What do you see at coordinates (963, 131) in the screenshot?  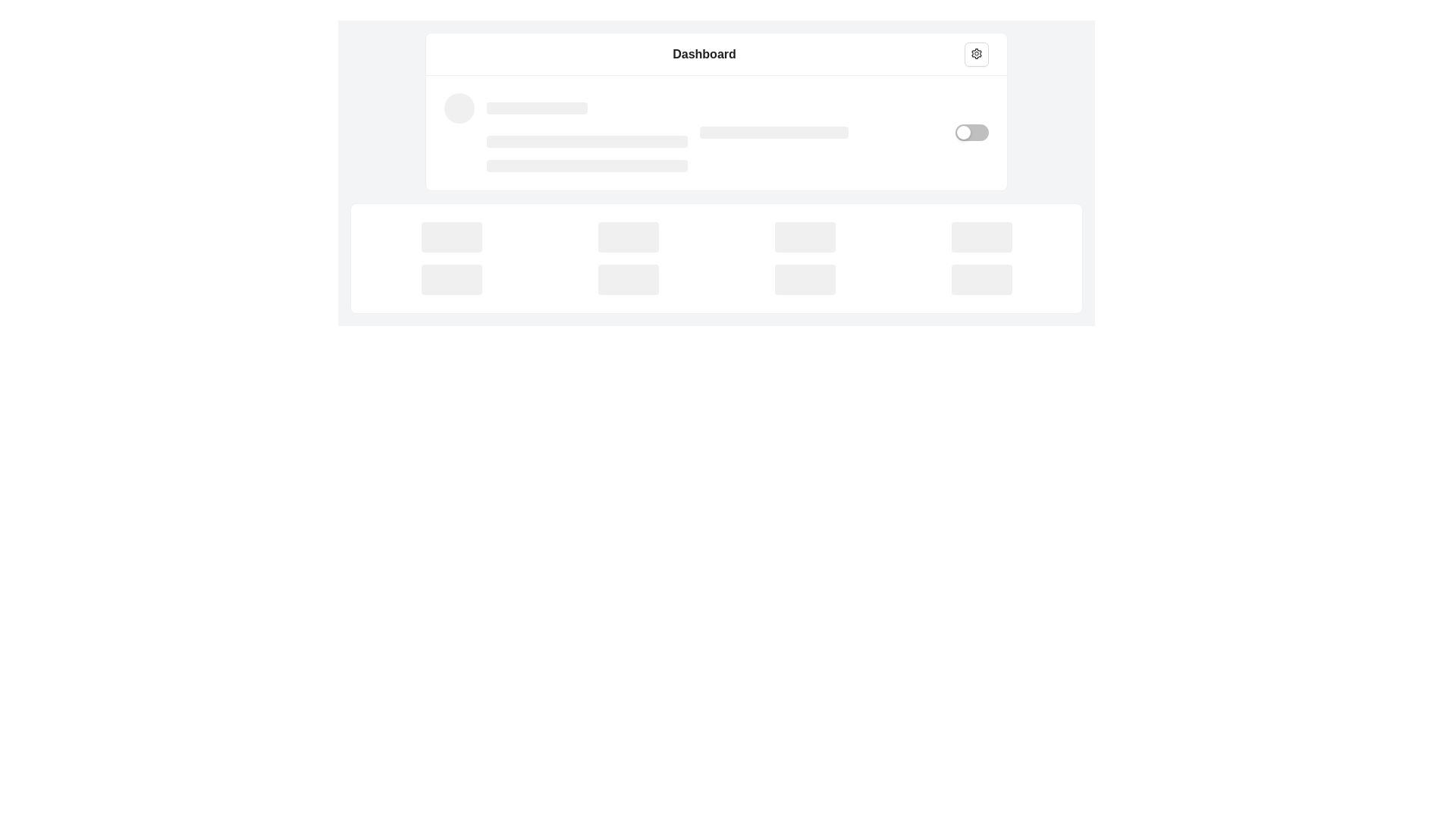 I see `the circular toggle switch handle located at the top-right corner of the switch component` at bounding box center [963, 131].